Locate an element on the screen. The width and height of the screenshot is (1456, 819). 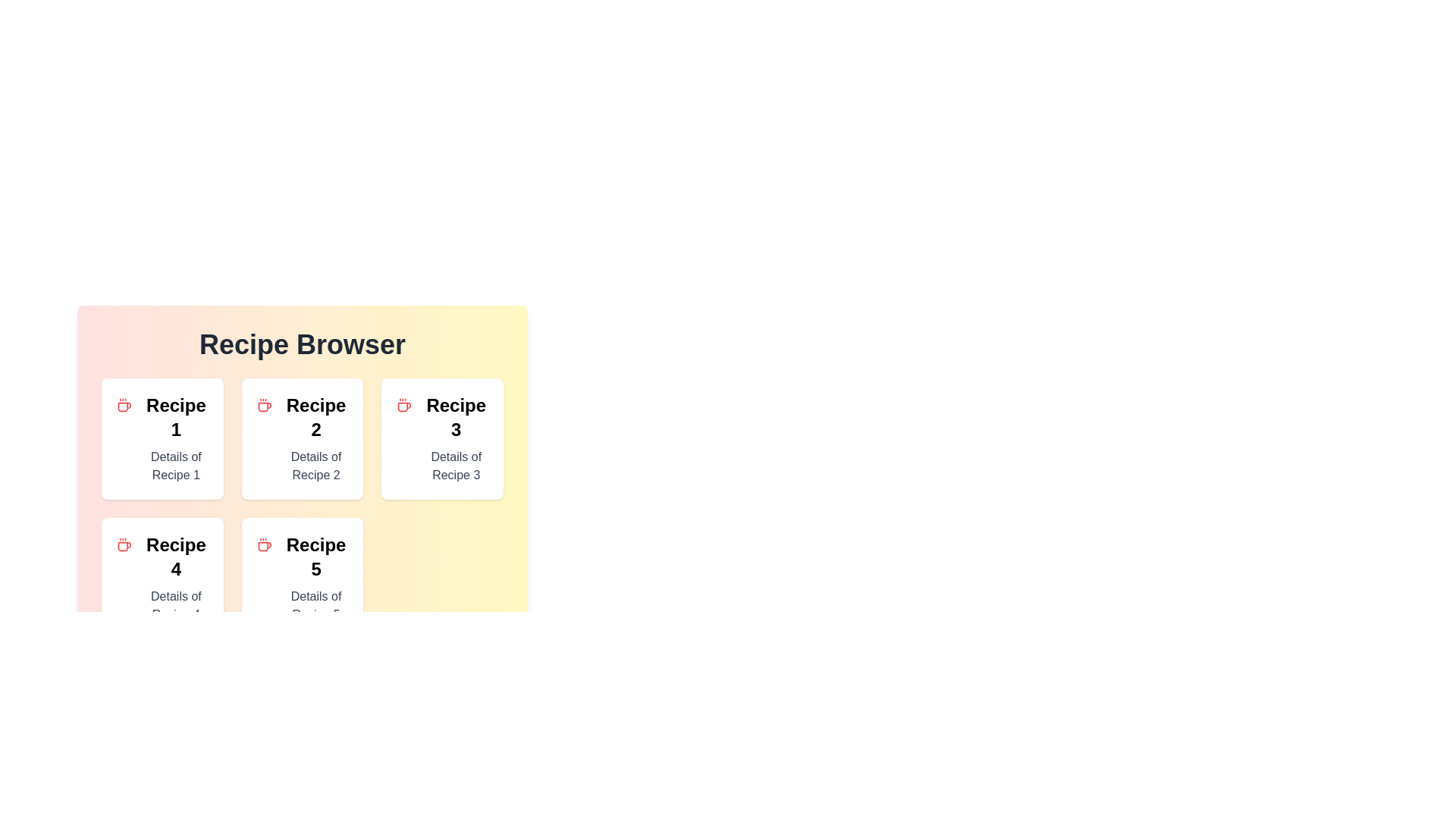
the clickable card labeled 'Recipe 2' in the second position from the left in the top row of the grid under 'Recipe Browser' is located at coordinates (315, 438).